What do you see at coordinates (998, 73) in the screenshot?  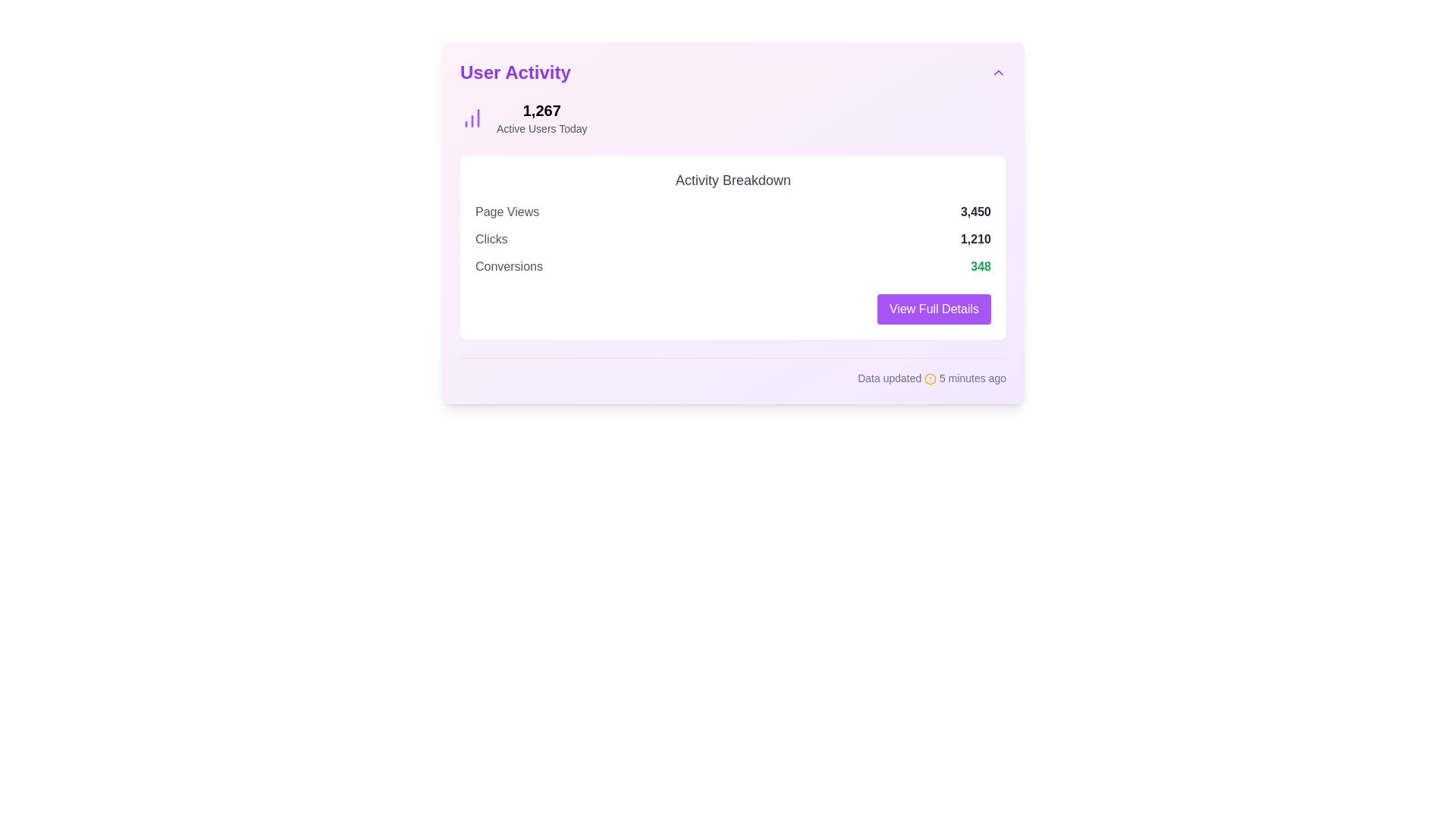 I see `the toggle button located at the top-right corner of the 'User Activity' section` at bounding box center [998, 73].